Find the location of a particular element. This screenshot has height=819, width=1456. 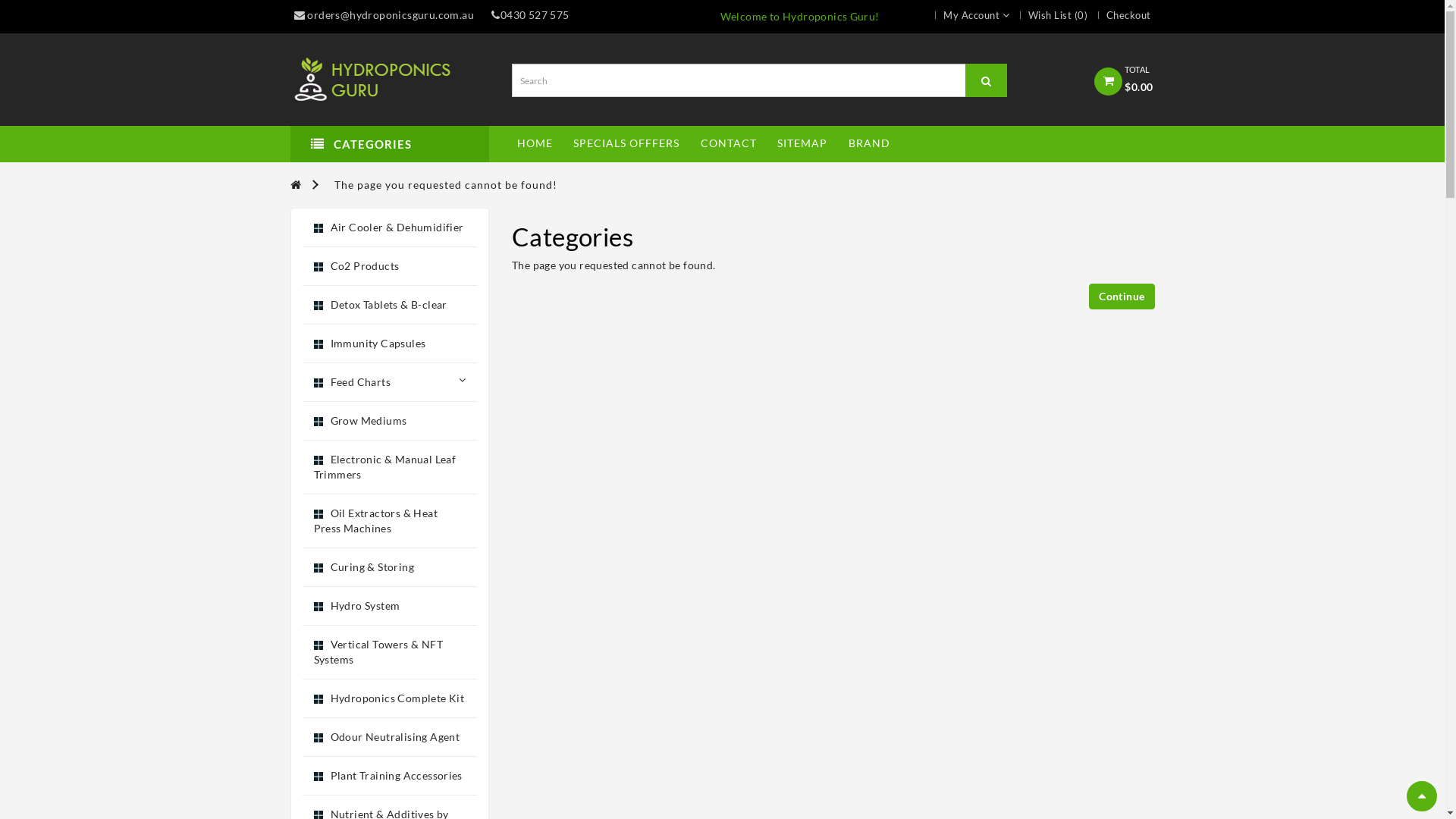

'orders@hydroponicsguru.com.au' is located at coordinates (384, 14).